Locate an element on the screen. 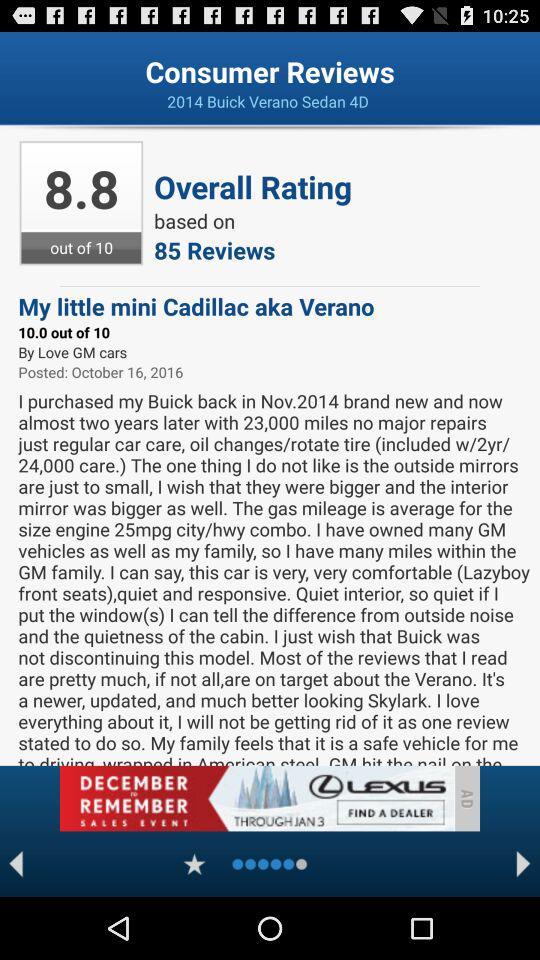 The height and width of the screenshot is (960, 540). go back is located at coordinates (15, 863).